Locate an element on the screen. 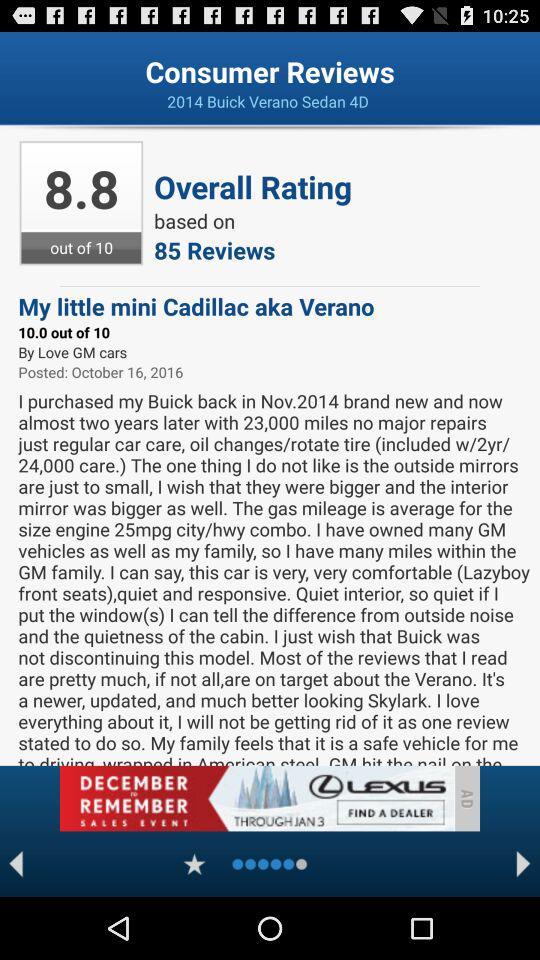 The height and width of the screenshot is (960, 540). go back is located at coordinates (15, 863).